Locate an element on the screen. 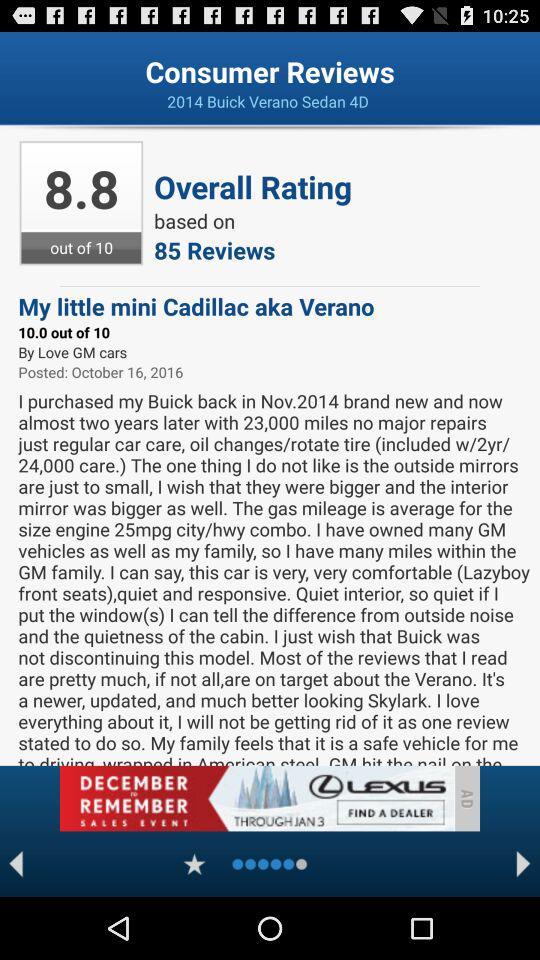 The height and width of the screenshot is (960, 540). go back is located at coordinates (15, 863).